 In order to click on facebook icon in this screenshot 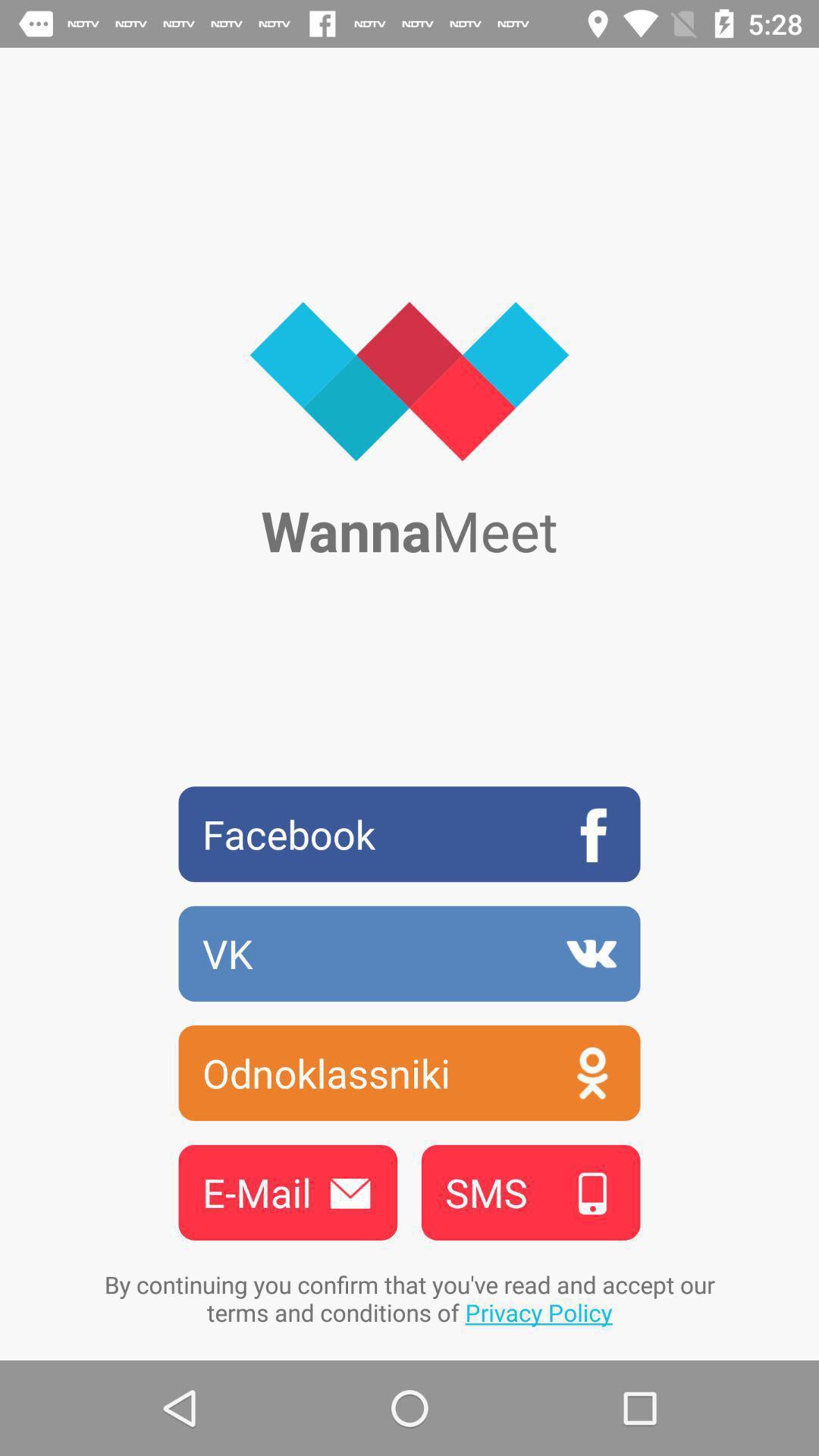, I will do `click(409, 833)`.